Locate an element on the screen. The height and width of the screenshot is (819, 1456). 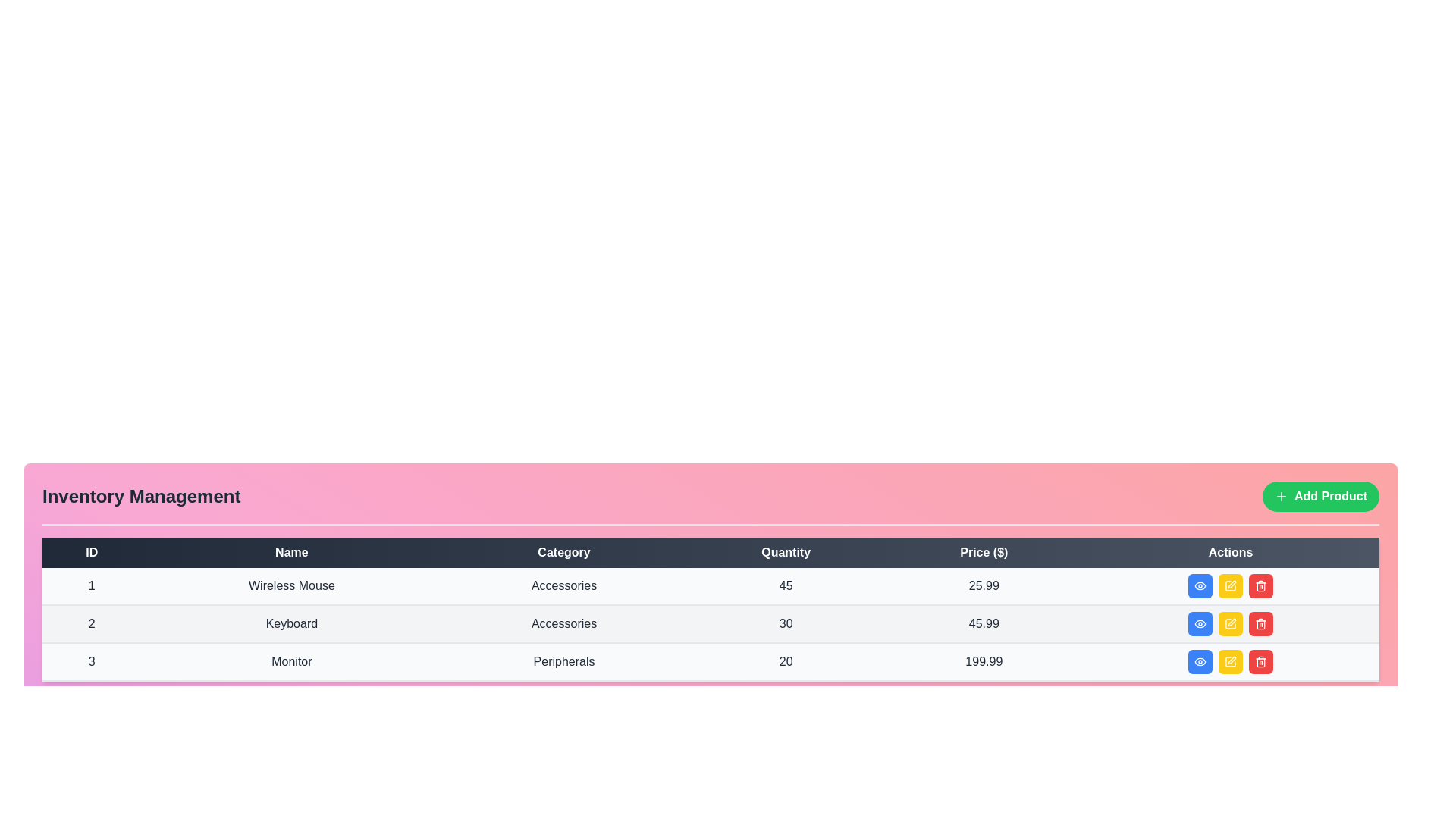
the text label displaying '30' in bold gray font, located in the fourth column of the second row of the table is located at coordinates (786, 623).